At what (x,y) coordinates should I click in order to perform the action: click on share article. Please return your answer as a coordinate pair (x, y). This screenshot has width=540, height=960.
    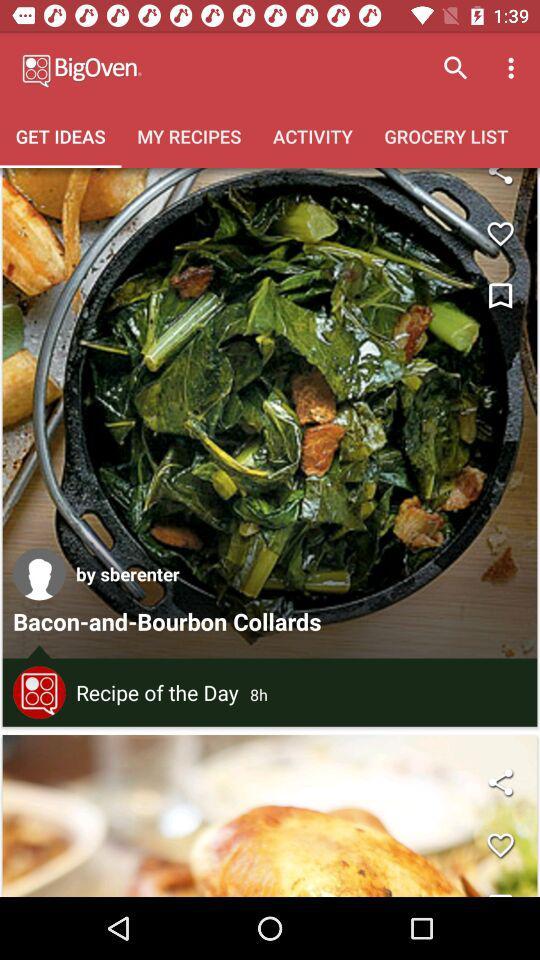
    Looking at the image, I should click on (499, 182).